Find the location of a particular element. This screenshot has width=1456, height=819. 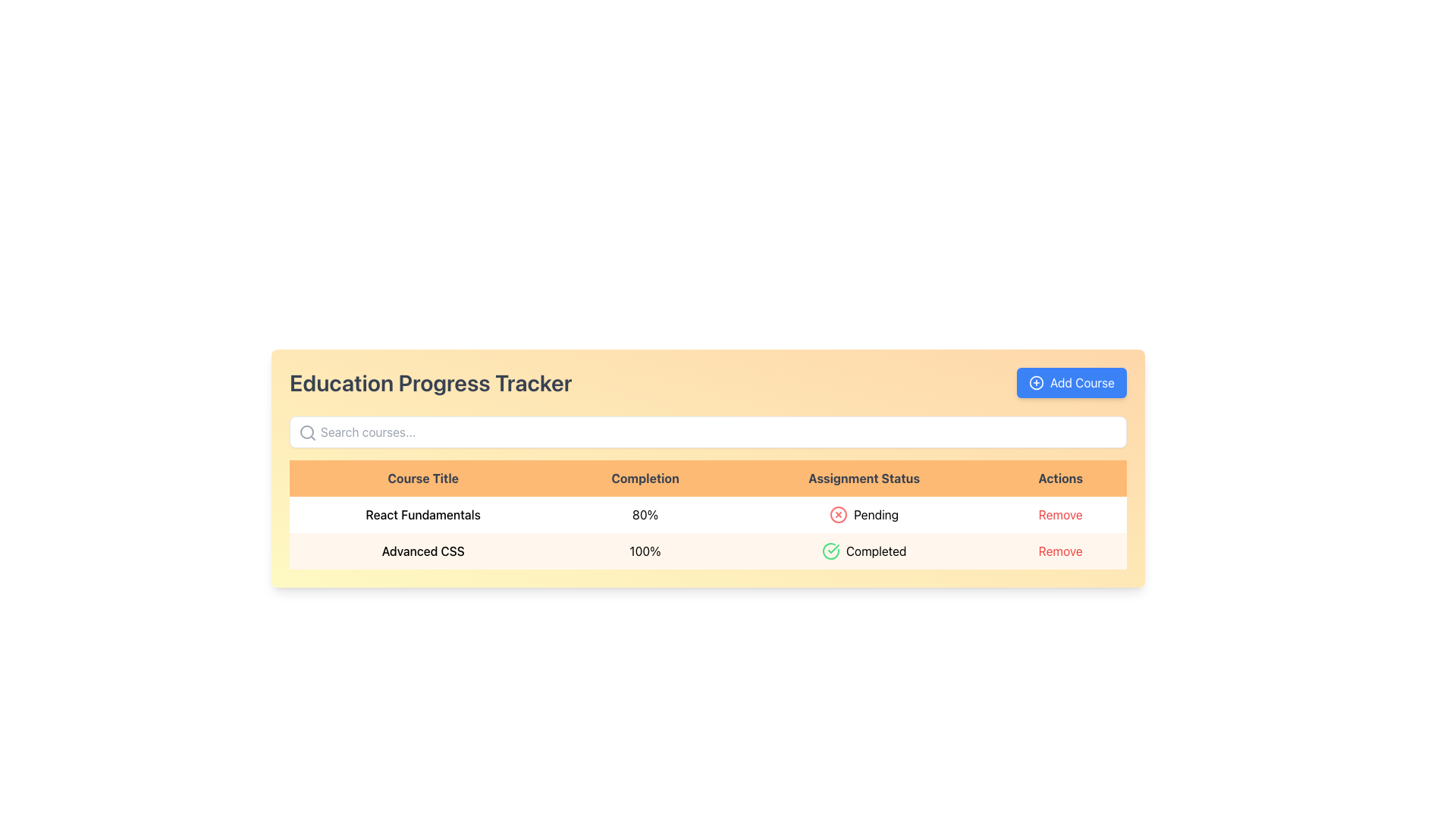

the blue button in the top-right corner of the card interface is located at coordinates (1081, 382).